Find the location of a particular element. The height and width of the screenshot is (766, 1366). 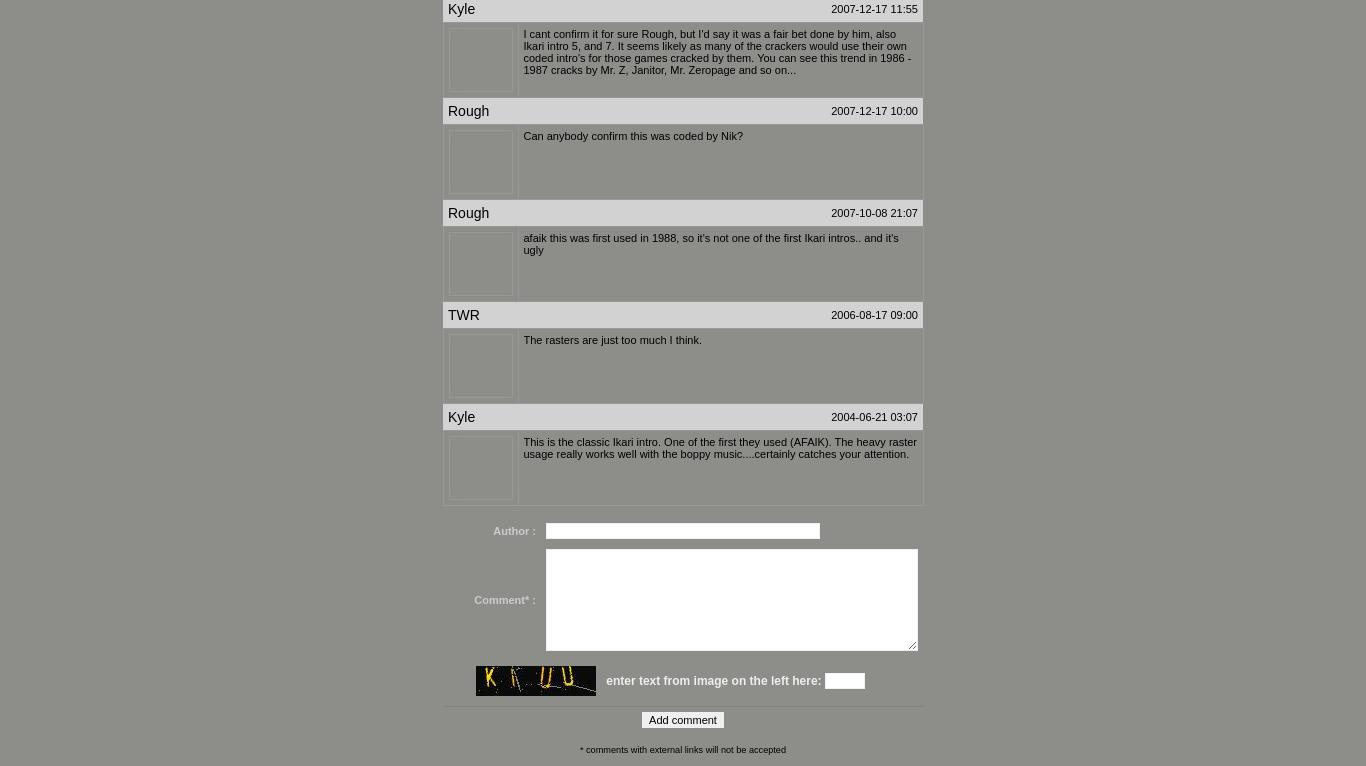

'TWR' is located at coordinates (463, 313).